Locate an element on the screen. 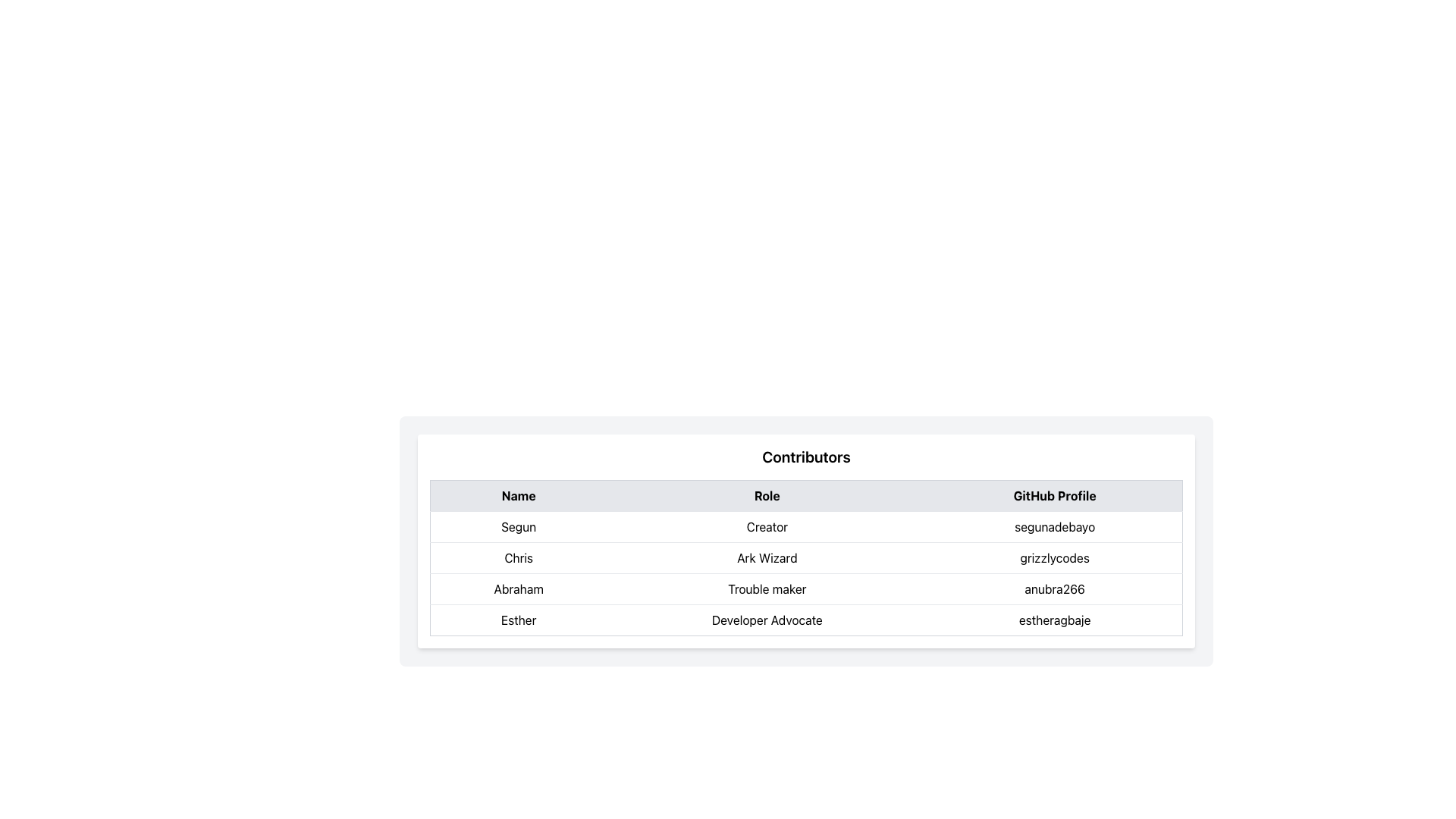 Image resolution: width=1456 pixels, height=819 pixels. the first row in the user information table containing 'Segun' in the Name column, 'Creator' in the Role column, and 'segunadebayo' in the GitHub Profile column is located at coordinates (805, 526).